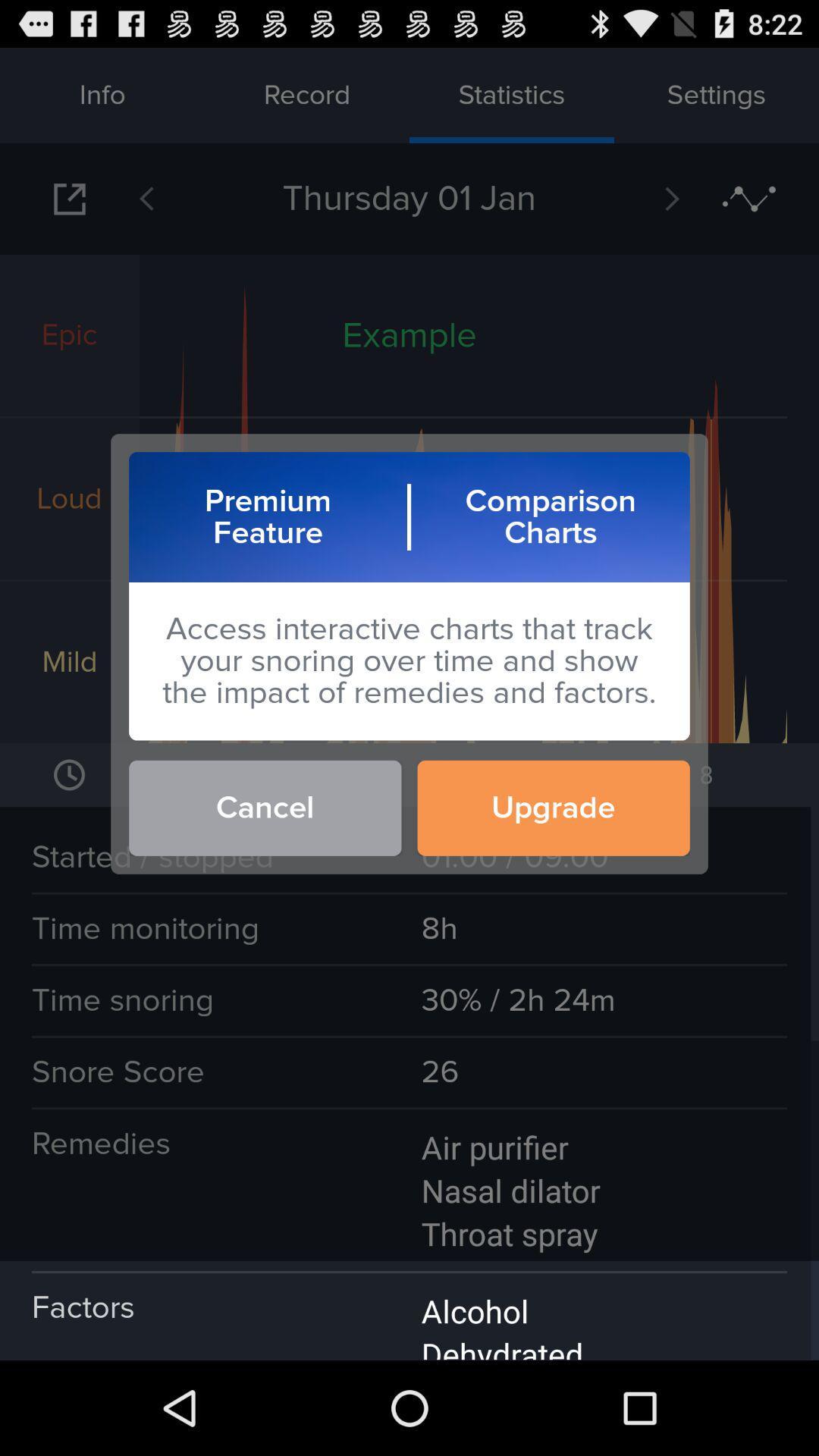 This screenshot has height=1456, width=819. Describe the element at coordinates (409, 1310) in the screenshot. I see `the item below the cancel` at that location.